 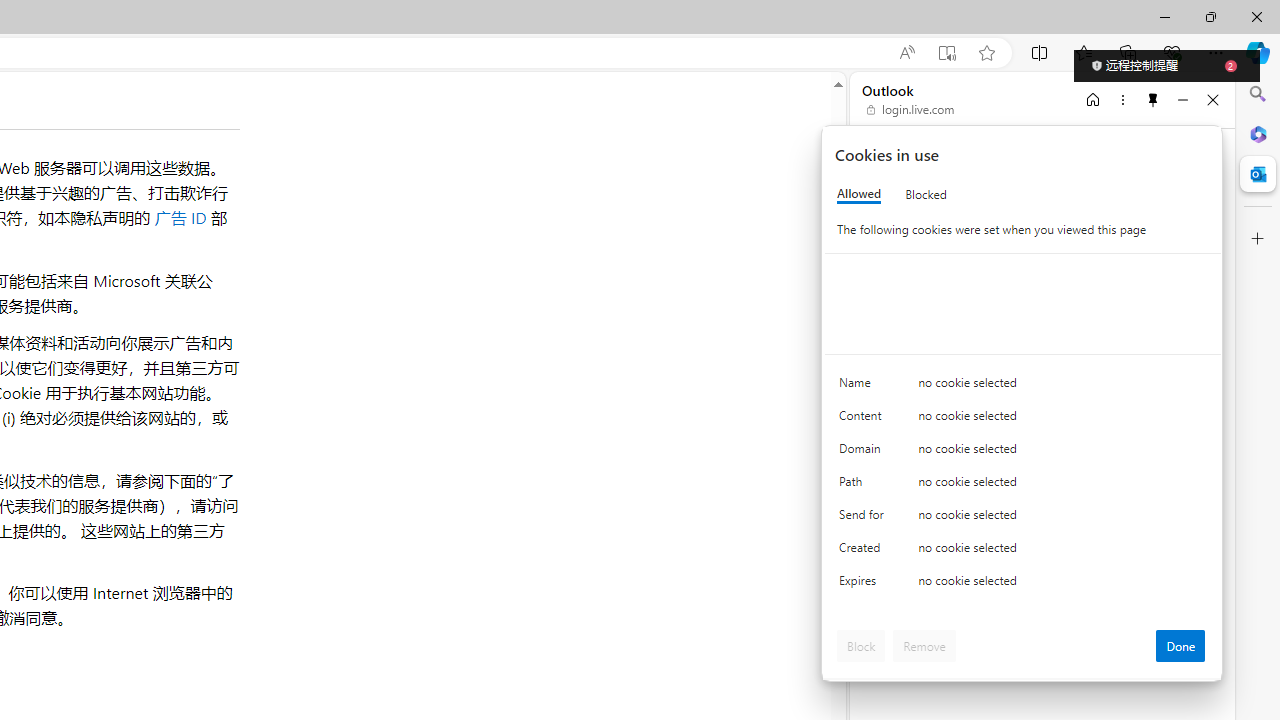 What do you see at coordinates (865, 486) in the screenshot?
I see `'Path'` at bounding box center [865, 486].